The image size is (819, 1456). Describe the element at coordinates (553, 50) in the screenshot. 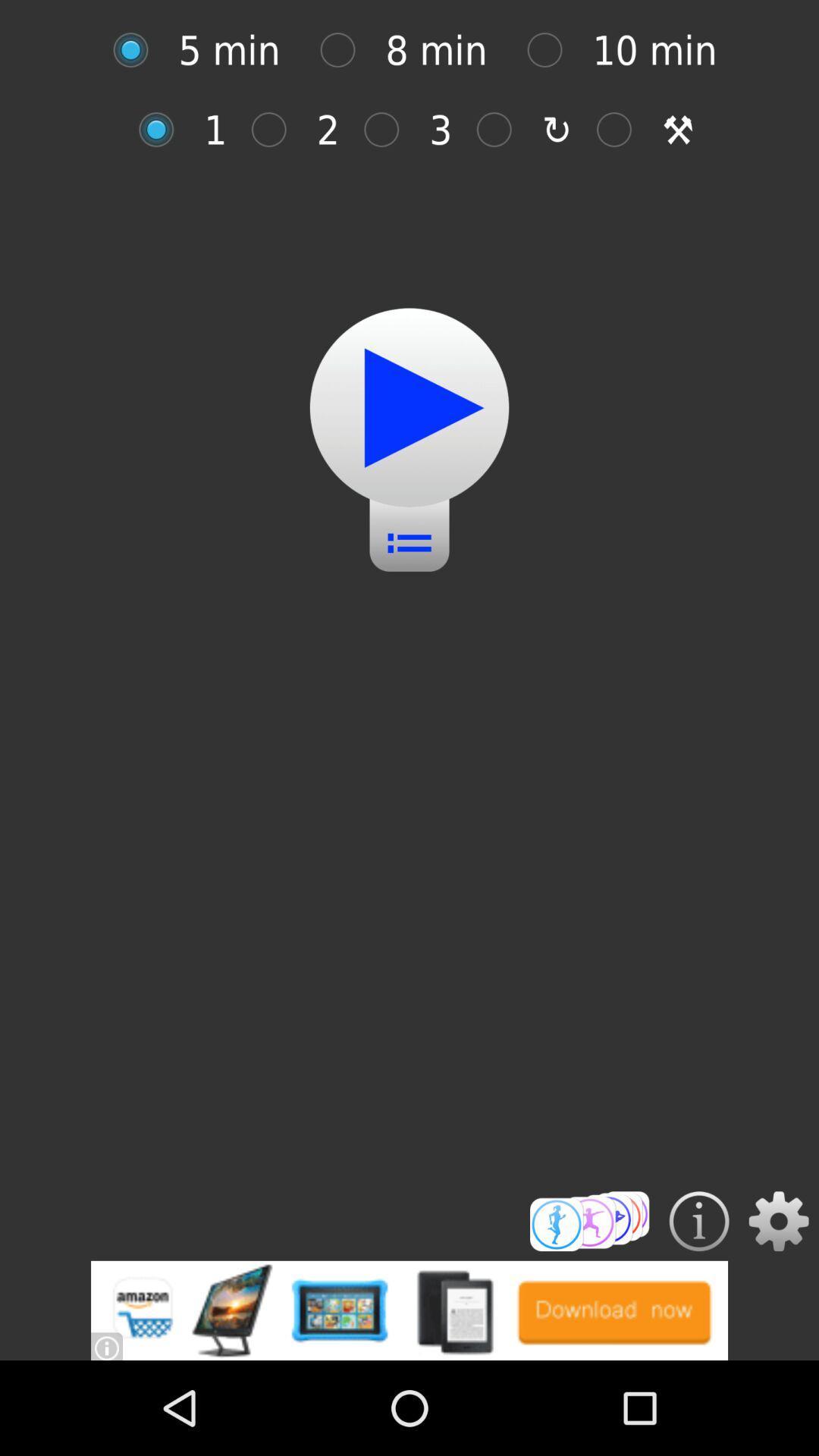

I see `option` at that location.